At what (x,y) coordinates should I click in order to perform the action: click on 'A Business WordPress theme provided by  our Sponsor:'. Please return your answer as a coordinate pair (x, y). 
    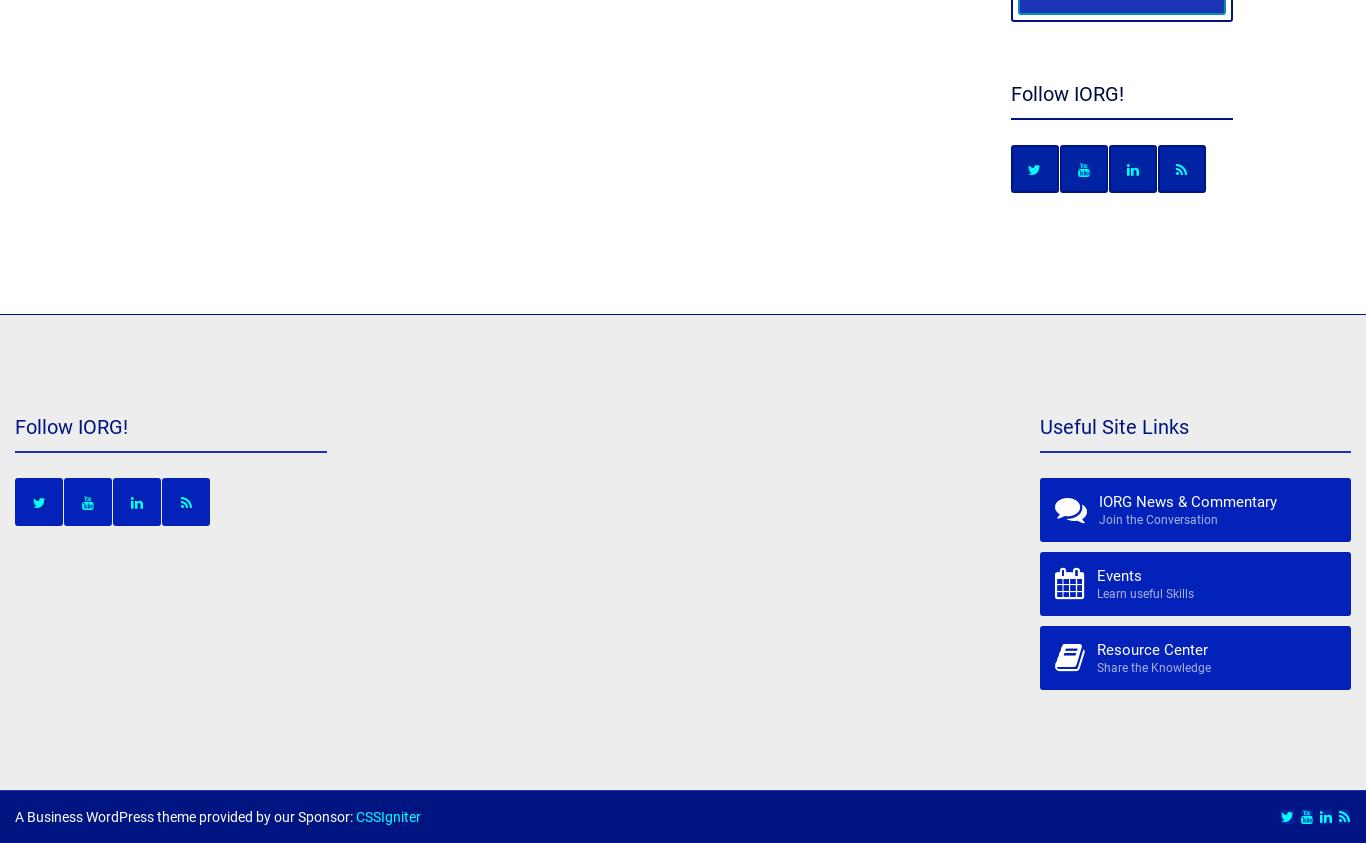
    Looking at the image, I should click on (15, 817).